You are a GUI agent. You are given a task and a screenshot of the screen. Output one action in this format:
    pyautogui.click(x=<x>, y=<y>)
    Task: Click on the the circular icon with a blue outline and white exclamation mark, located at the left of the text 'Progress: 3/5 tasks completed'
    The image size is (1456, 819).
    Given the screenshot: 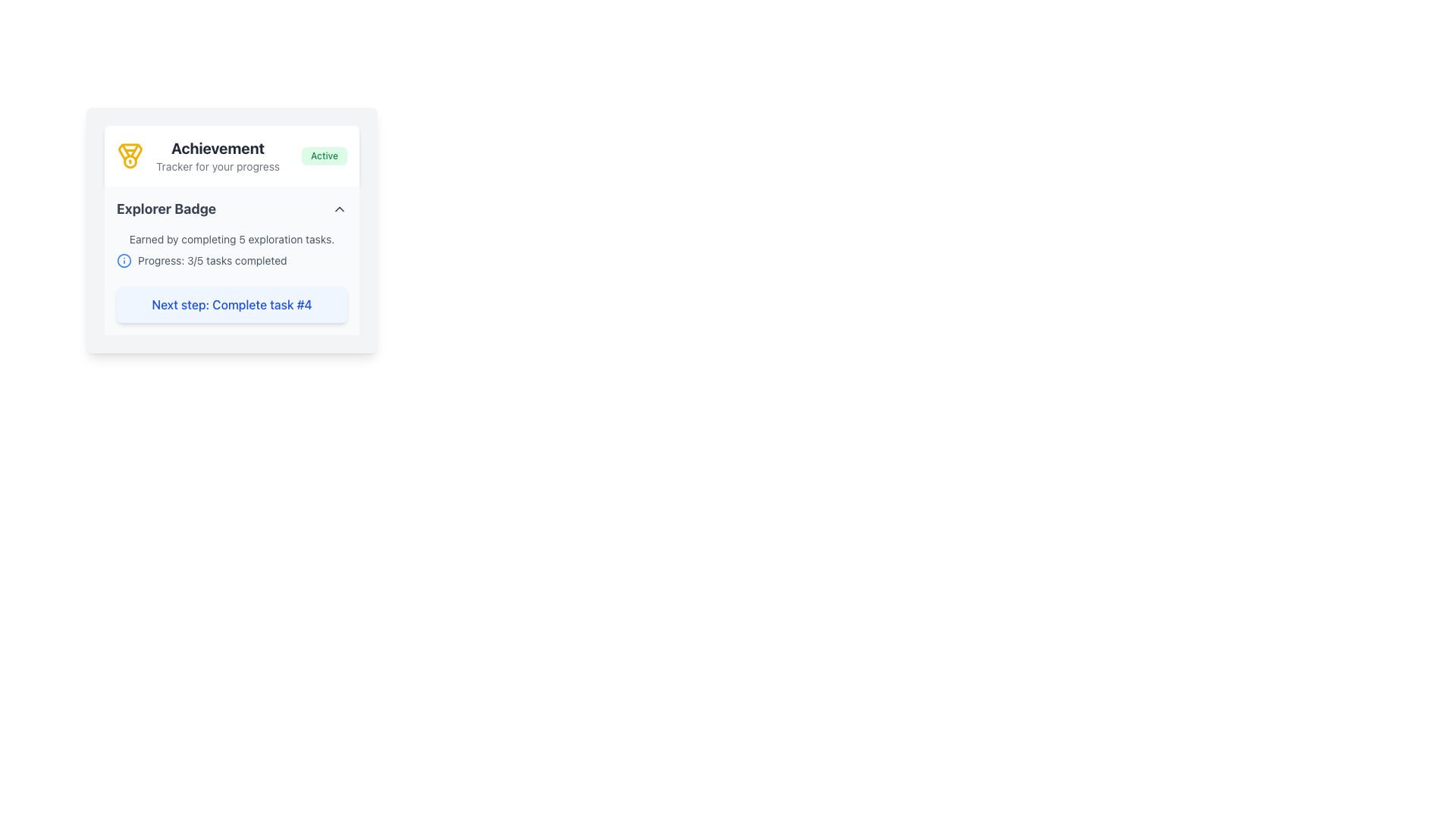 What is the action you would take?
    pyautogui.click(x=124, y=259)
    